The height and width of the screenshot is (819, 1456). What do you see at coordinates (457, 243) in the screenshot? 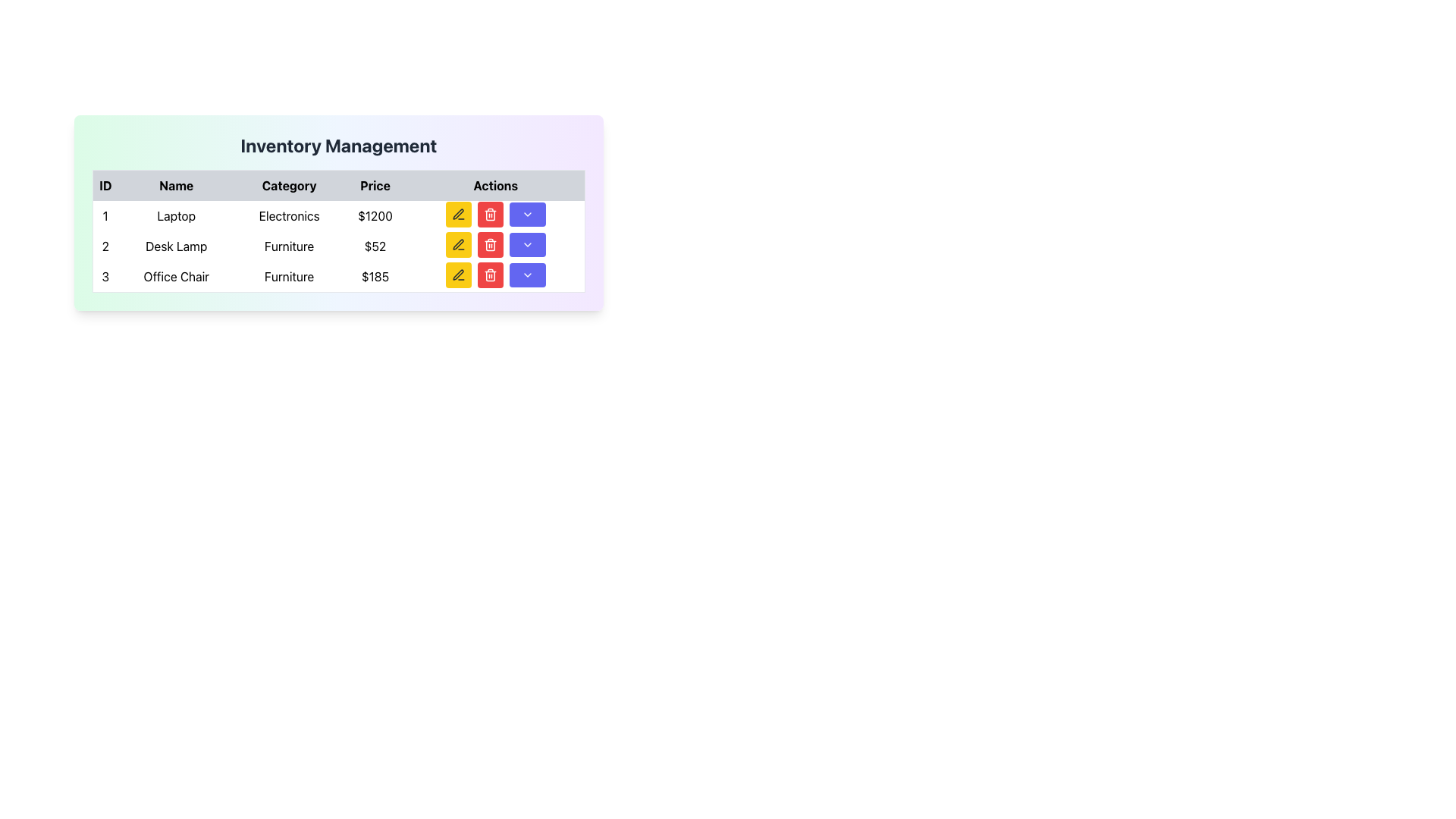
I see `the edit icon button located in the 'Actions' column, second row, aligned with the 'Desk Lamp' entry to initiate the editing process` at bounding box center [457, 243].